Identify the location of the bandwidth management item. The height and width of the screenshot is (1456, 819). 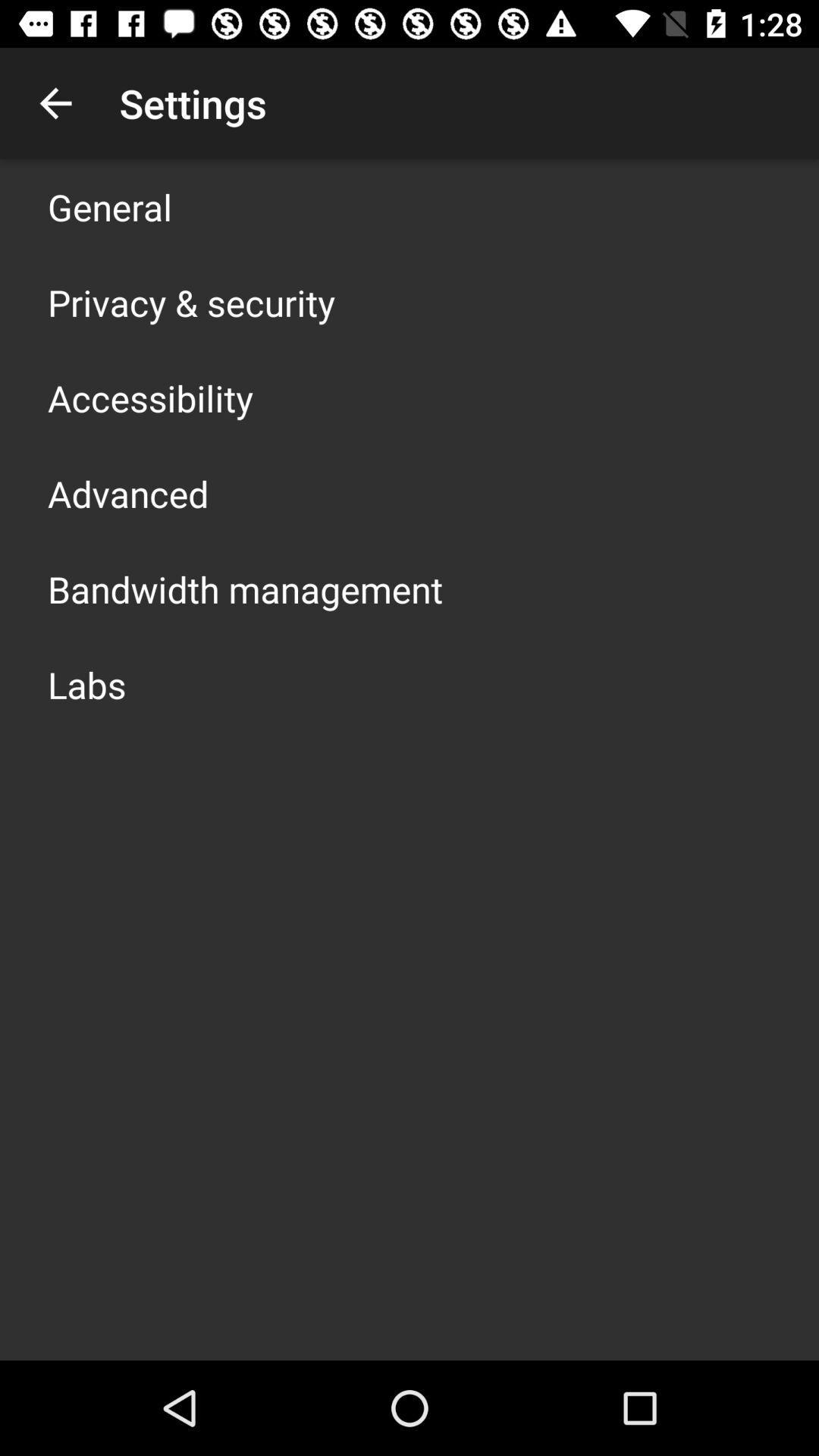
(244, 588).